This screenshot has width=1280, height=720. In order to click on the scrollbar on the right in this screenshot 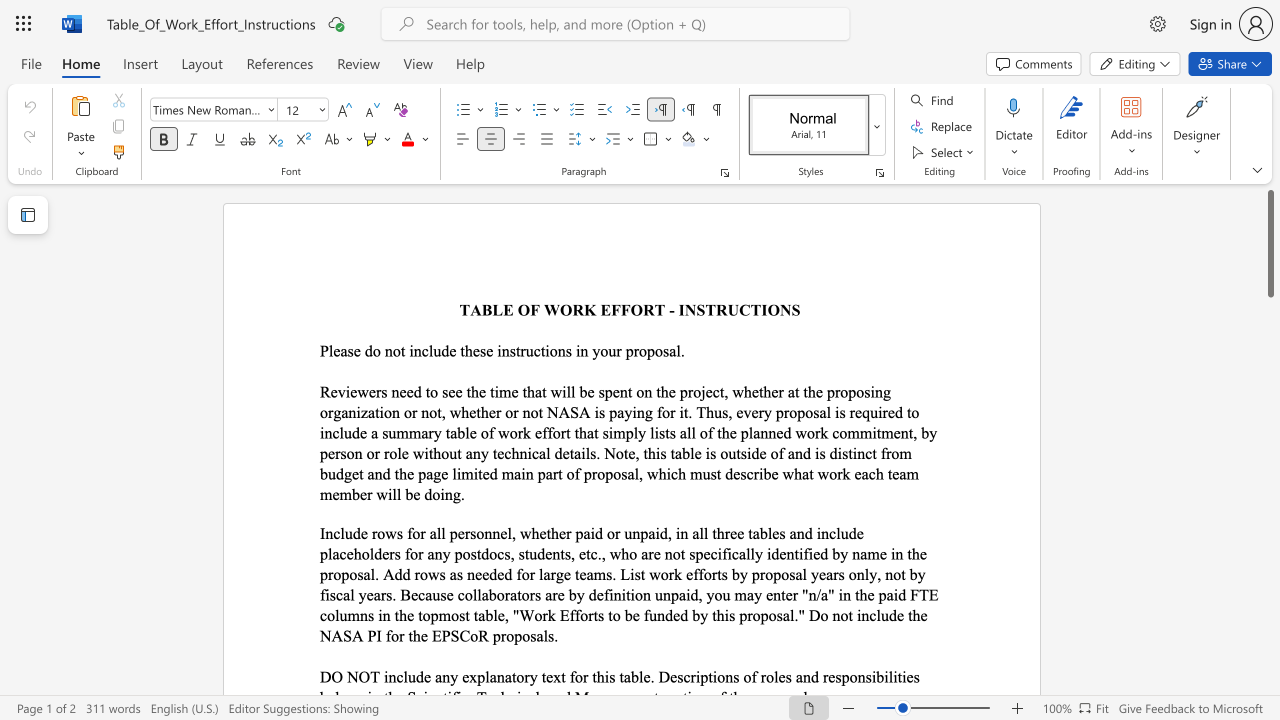, I will do `click(1269, 588)`.